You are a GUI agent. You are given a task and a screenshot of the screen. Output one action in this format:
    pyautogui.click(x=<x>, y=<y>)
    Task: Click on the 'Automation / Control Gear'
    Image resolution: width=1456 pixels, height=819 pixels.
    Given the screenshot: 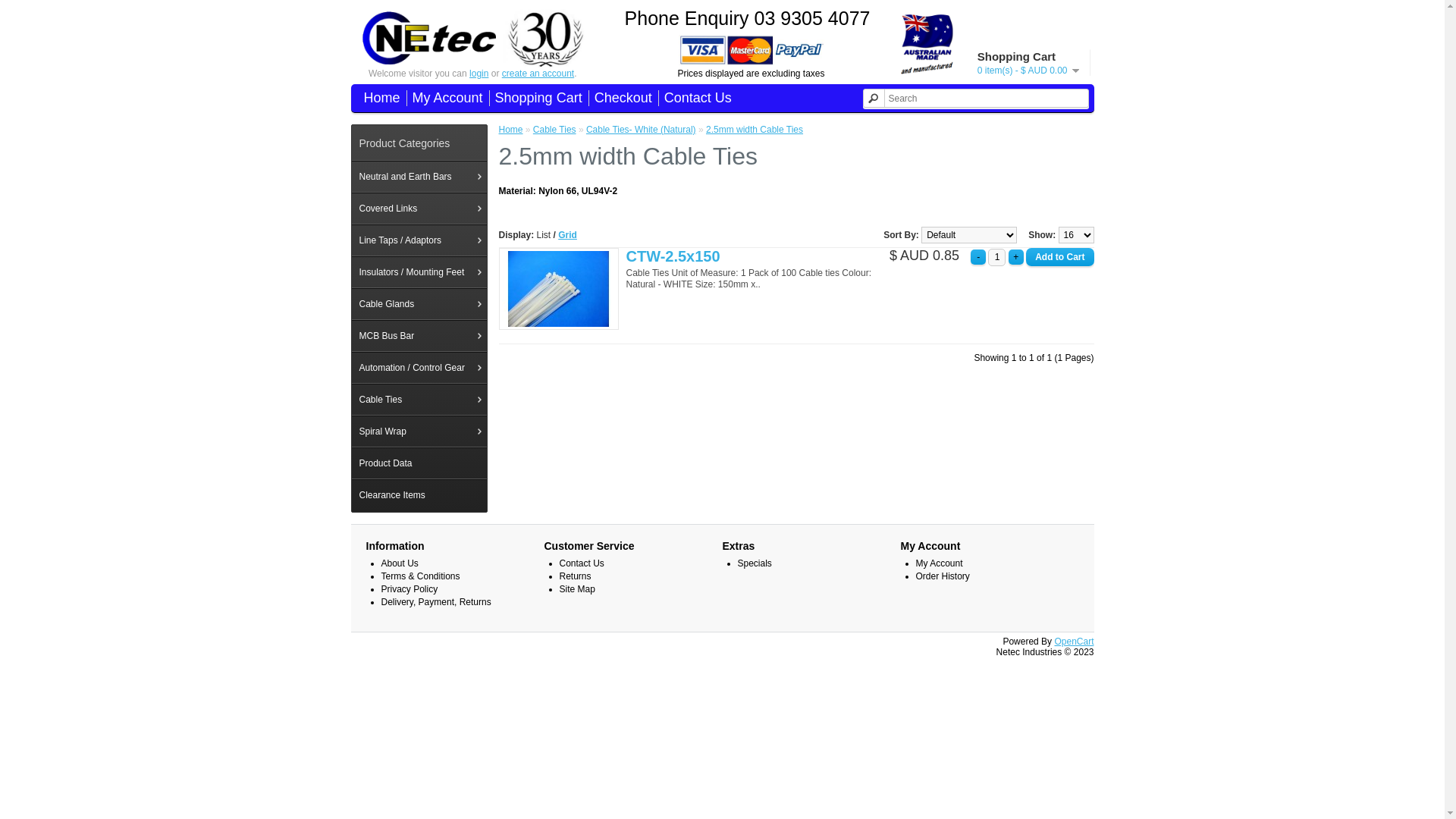 What is the action you would take?
    pyautogui.click(x=419, y=368)
    